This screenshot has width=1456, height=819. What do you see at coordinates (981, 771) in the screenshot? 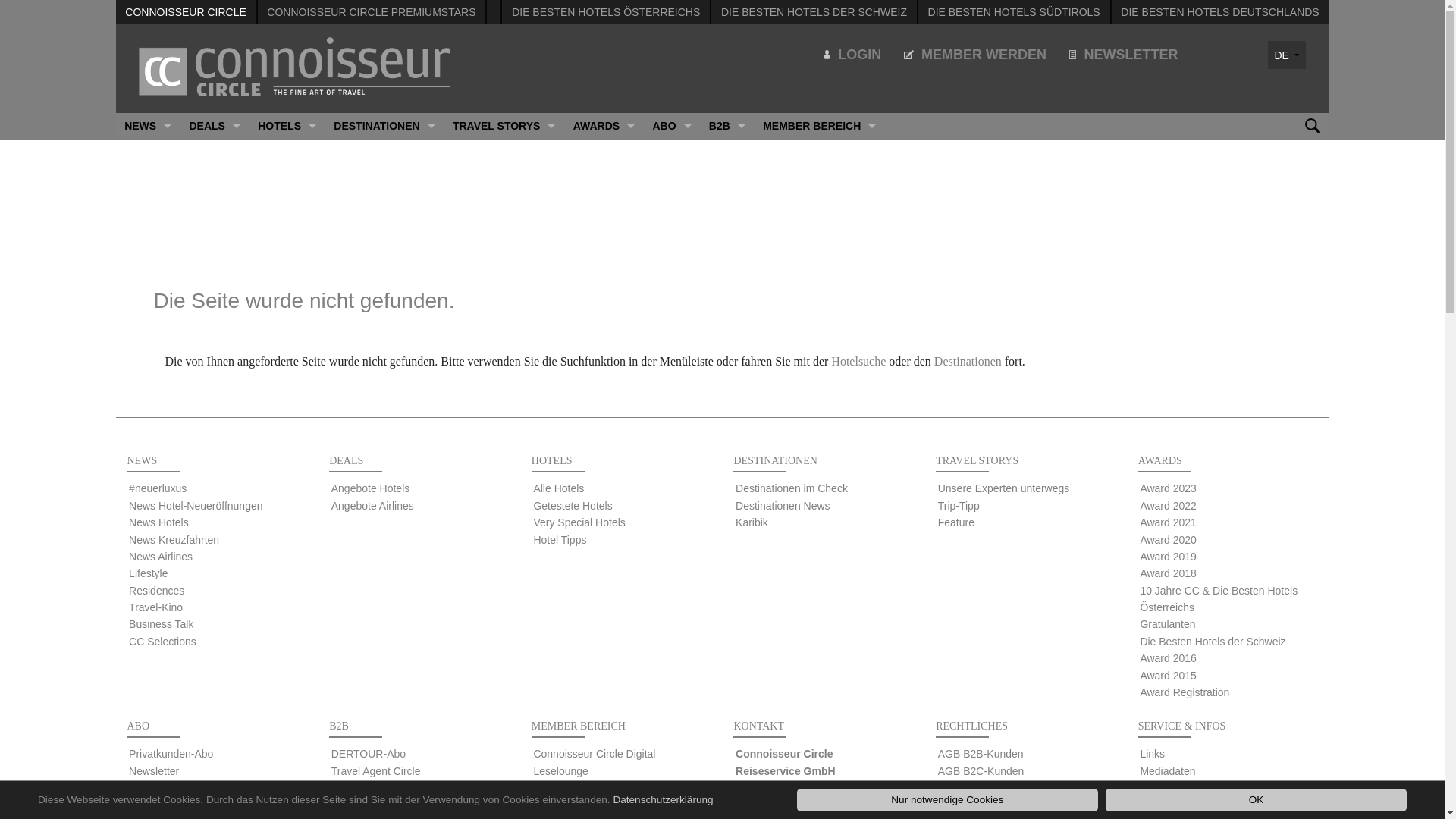
I see `'AGB B2C-Kunden'` at bounding box center [981, 771].